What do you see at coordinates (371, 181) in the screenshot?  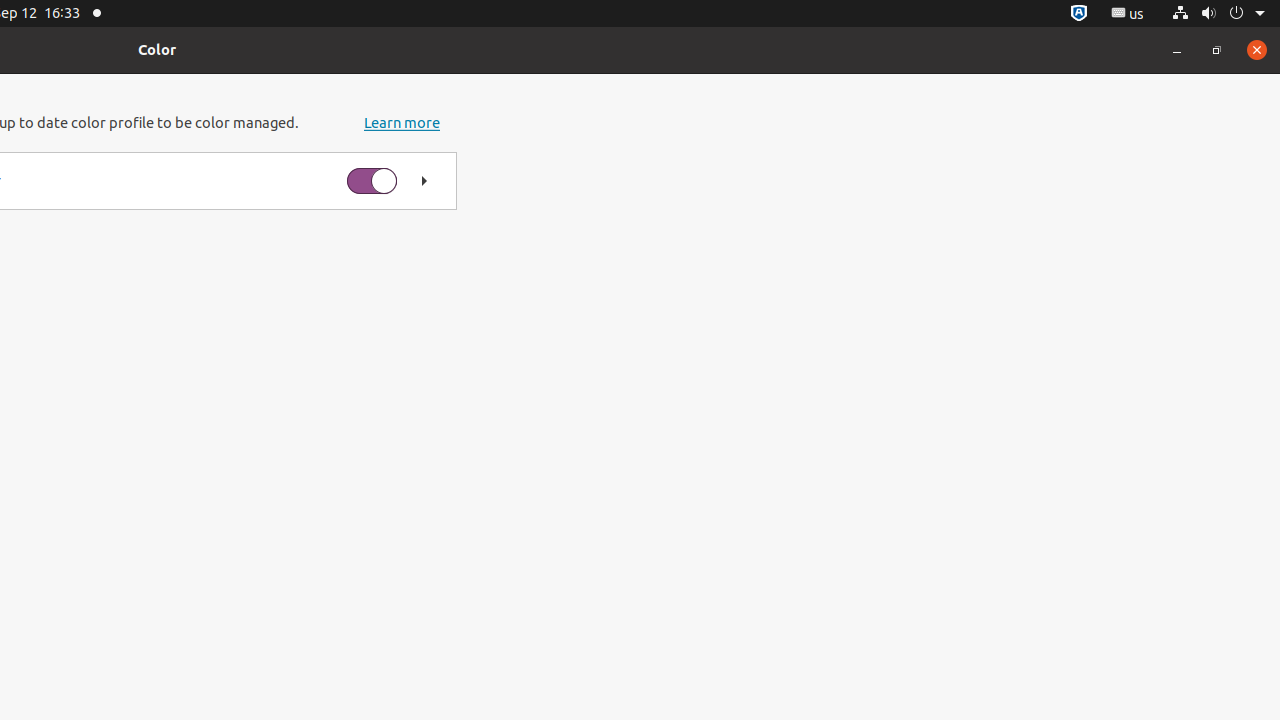 I see `'Enable color management for Q2790PQ Monitor'` at bounding box center [371, 181].